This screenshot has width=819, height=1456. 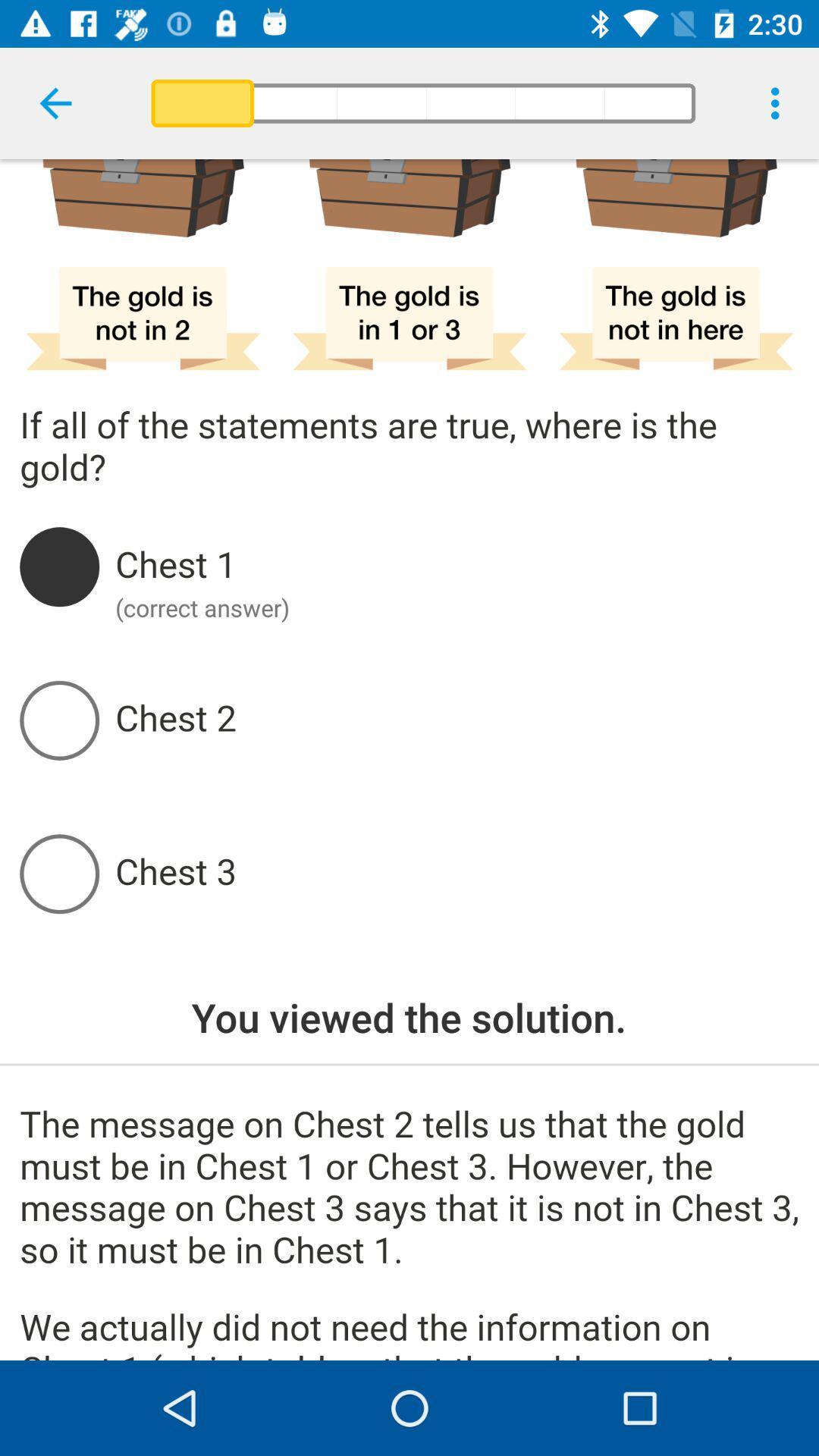 What do you see at coordinates (456, 566) in the screenshot?
I see `option button` at bounding box center [456, 566].